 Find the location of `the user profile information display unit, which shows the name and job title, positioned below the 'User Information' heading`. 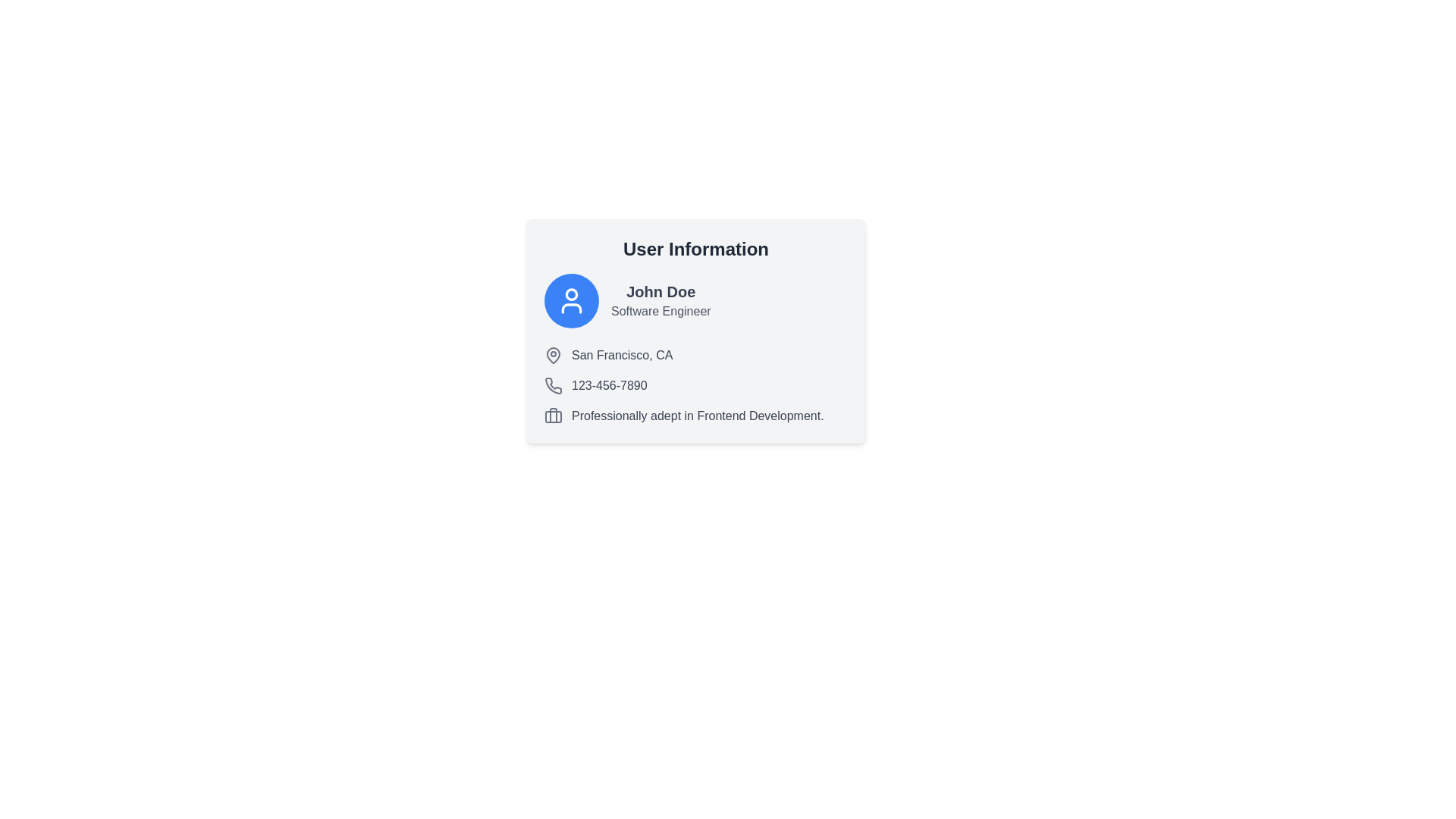

the user profile information display unit, which shows the name and job title, positioned below the 'User Information' heading is located at coordinates (695, 301).